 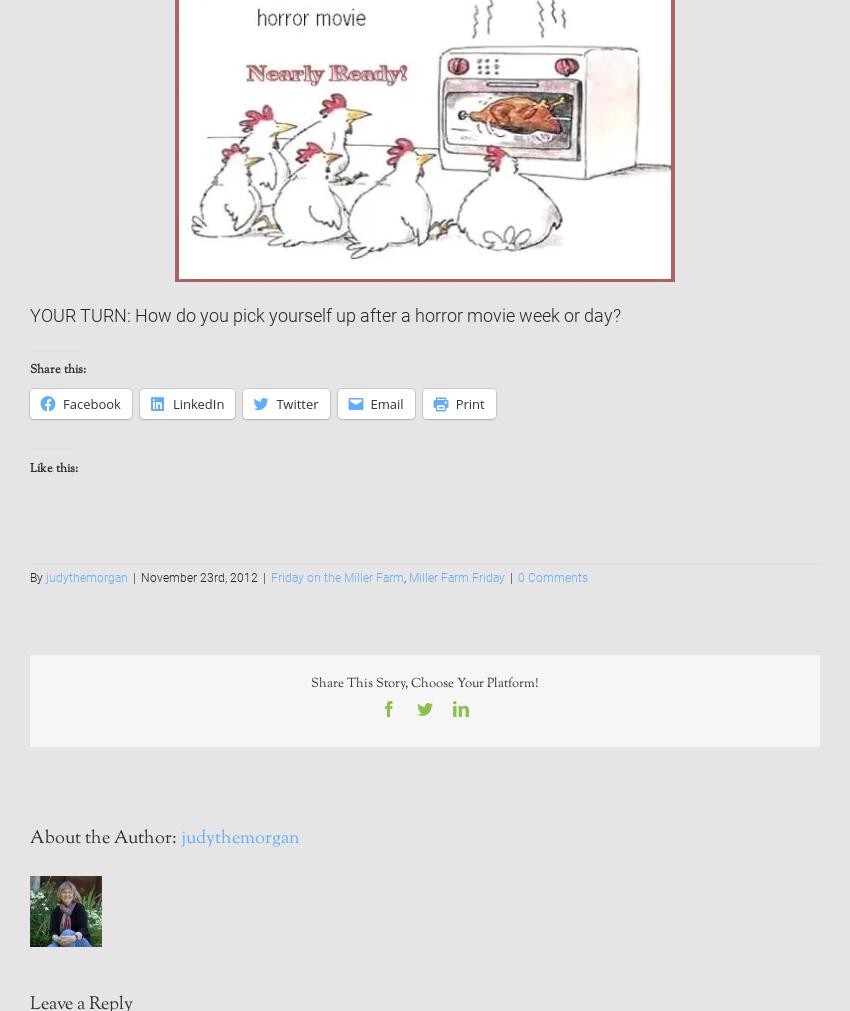 What do you see at coordinates (36, 577) in the screenshot?
I see `'By'` at bounding box center [36, 577].